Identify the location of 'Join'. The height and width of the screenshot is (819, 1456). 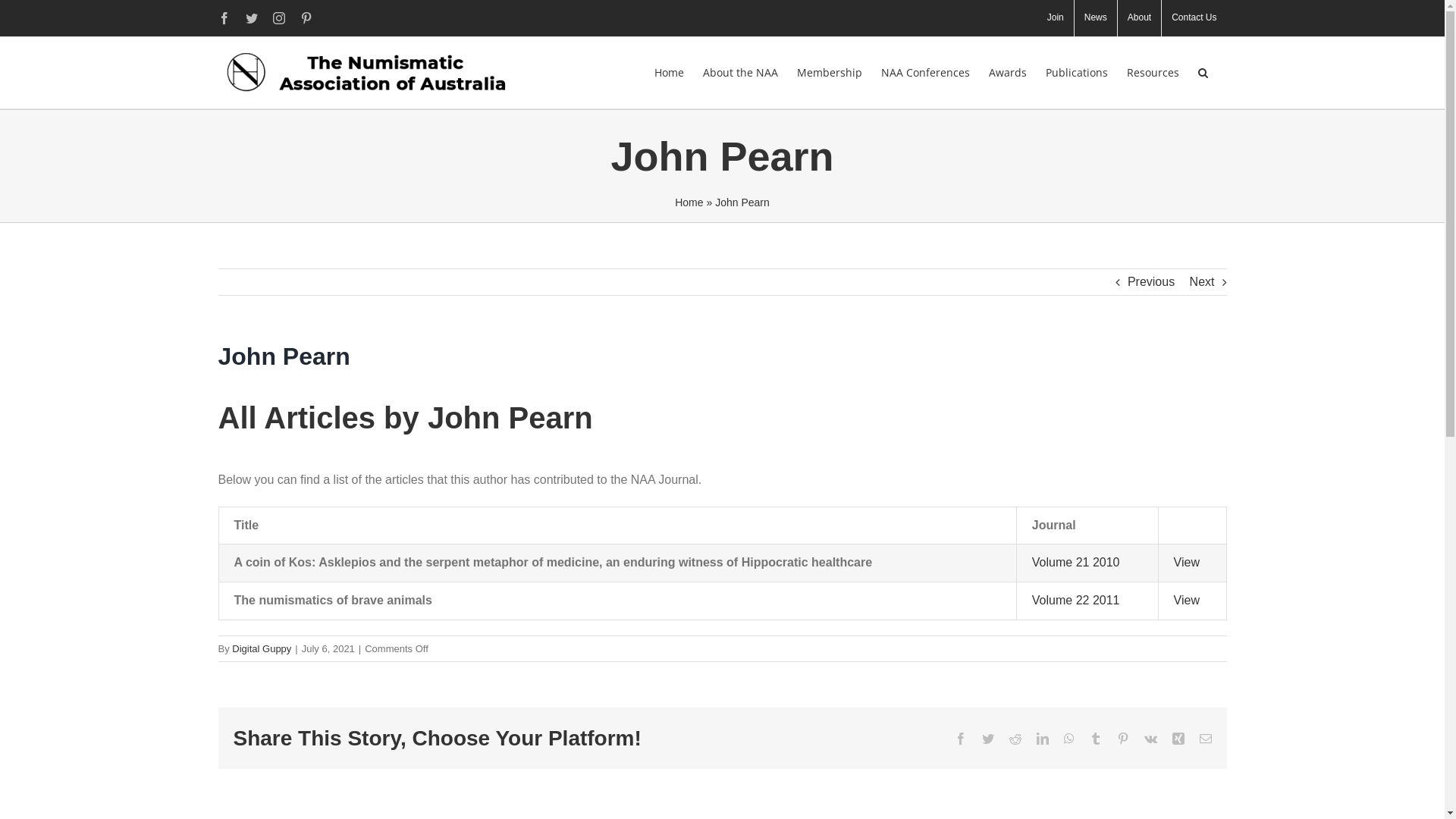
(1055, 17).